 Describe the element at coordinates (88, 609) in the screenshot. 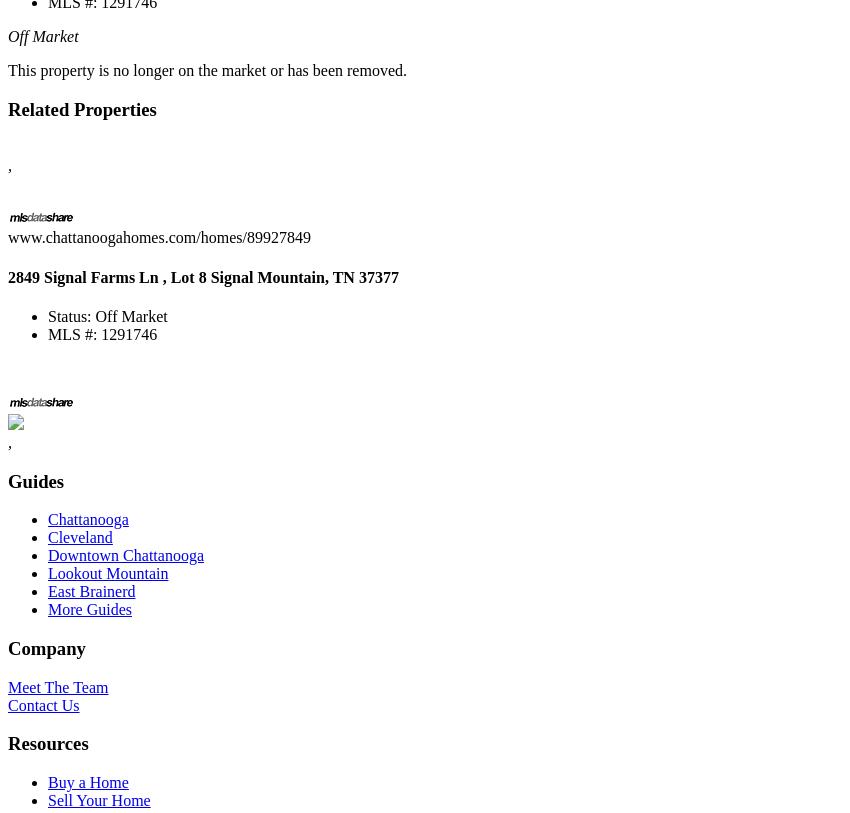

I see `'More Guides'` at that location.